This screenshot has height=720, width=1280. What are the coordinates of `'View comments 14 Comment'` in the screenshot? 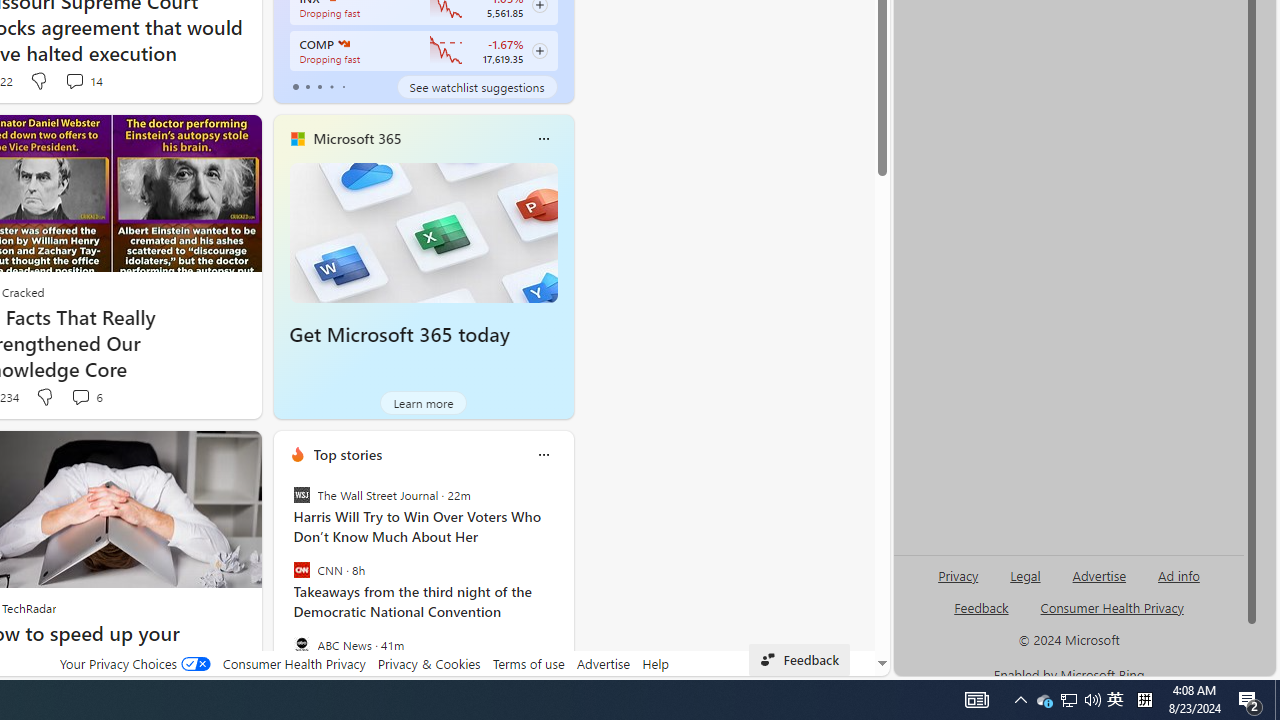 It's located at (82, 80).